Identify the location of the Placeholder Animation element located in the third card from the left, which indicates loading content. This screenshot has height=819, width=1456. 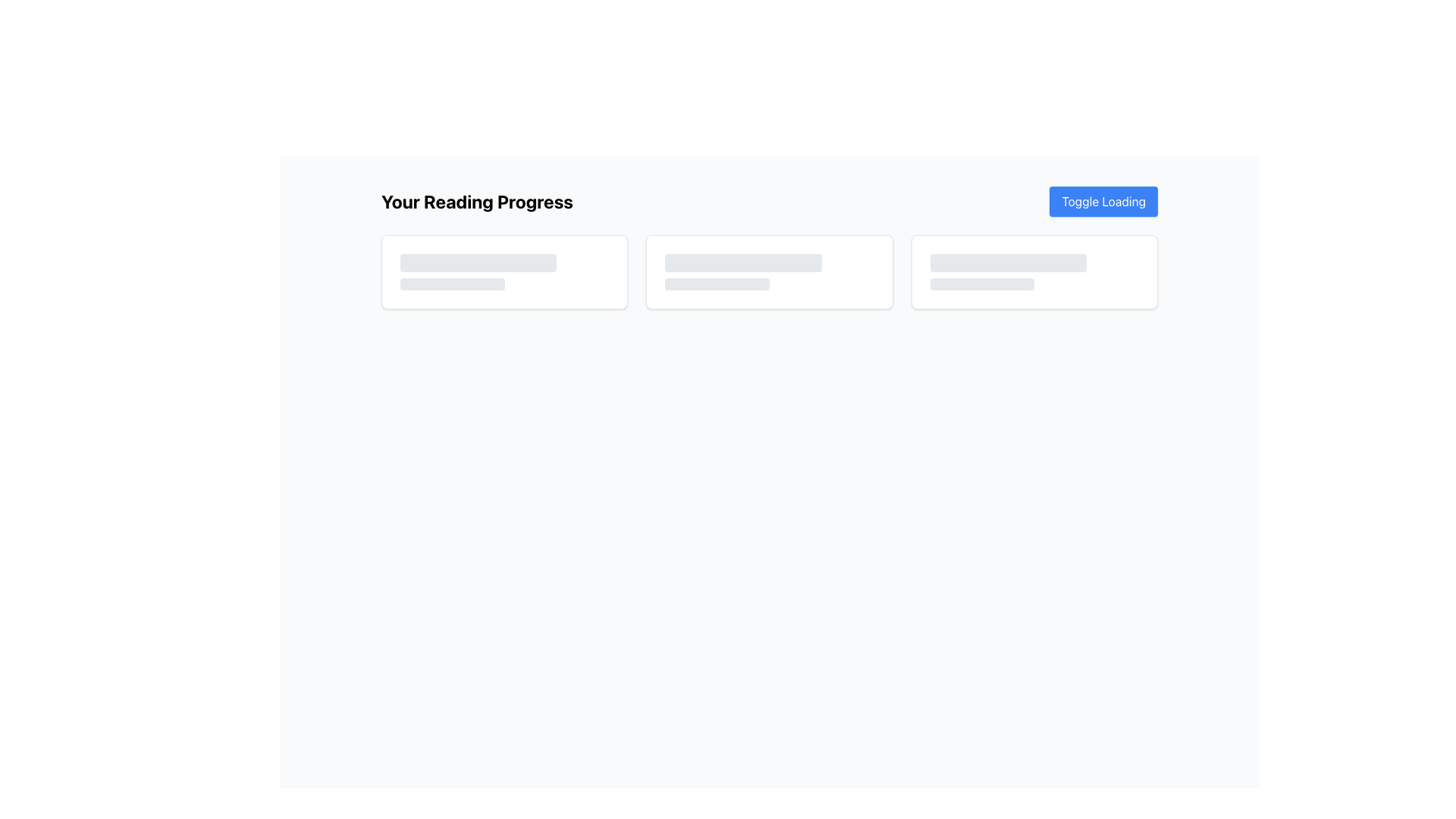
(1034, 271).